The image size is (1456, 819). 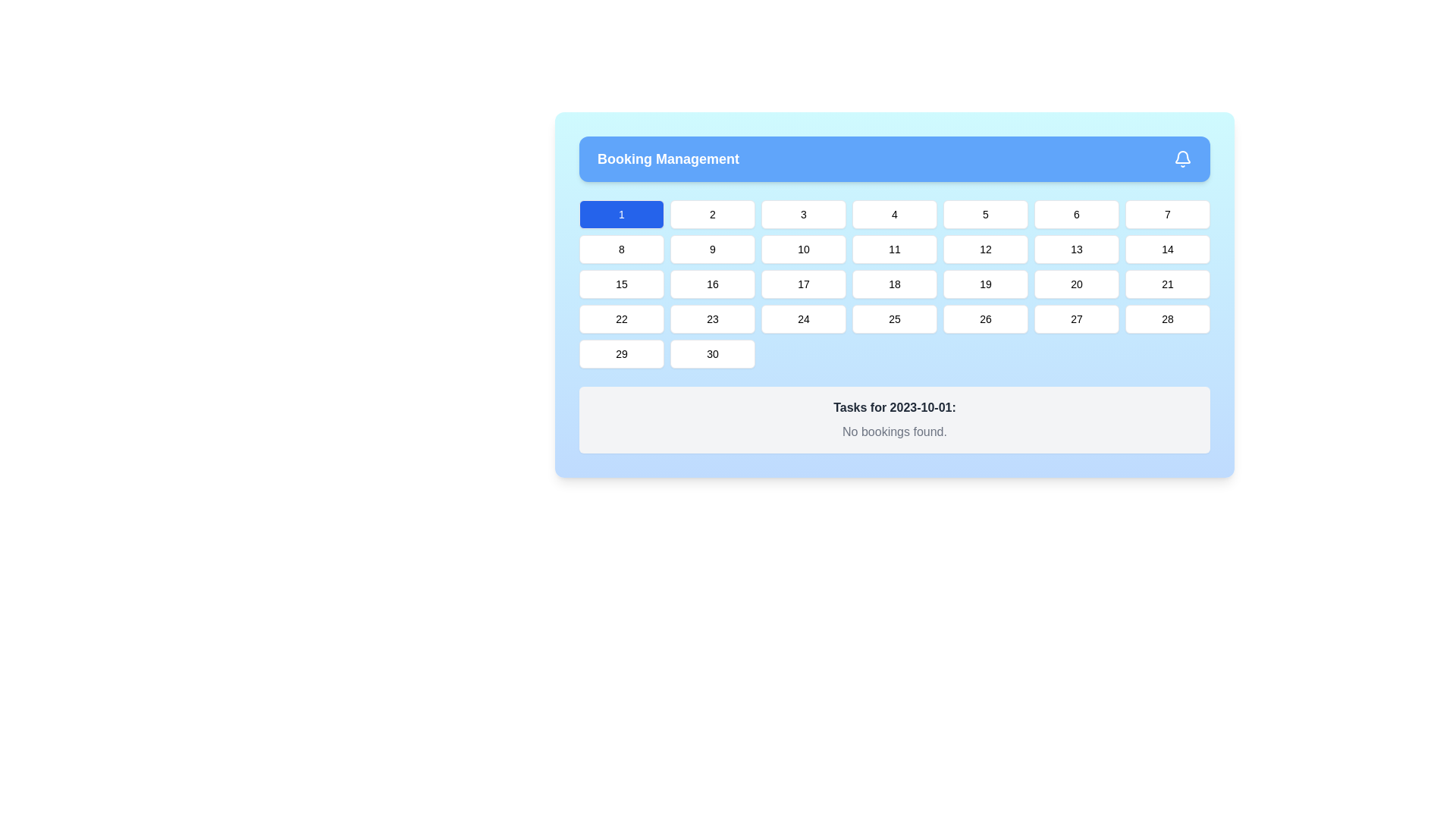 I want to click on the button labeled '30' with rounded corners and a white background, located in the last row and seventh column of a 7x5 grid layout, so click(x=712, y=353).